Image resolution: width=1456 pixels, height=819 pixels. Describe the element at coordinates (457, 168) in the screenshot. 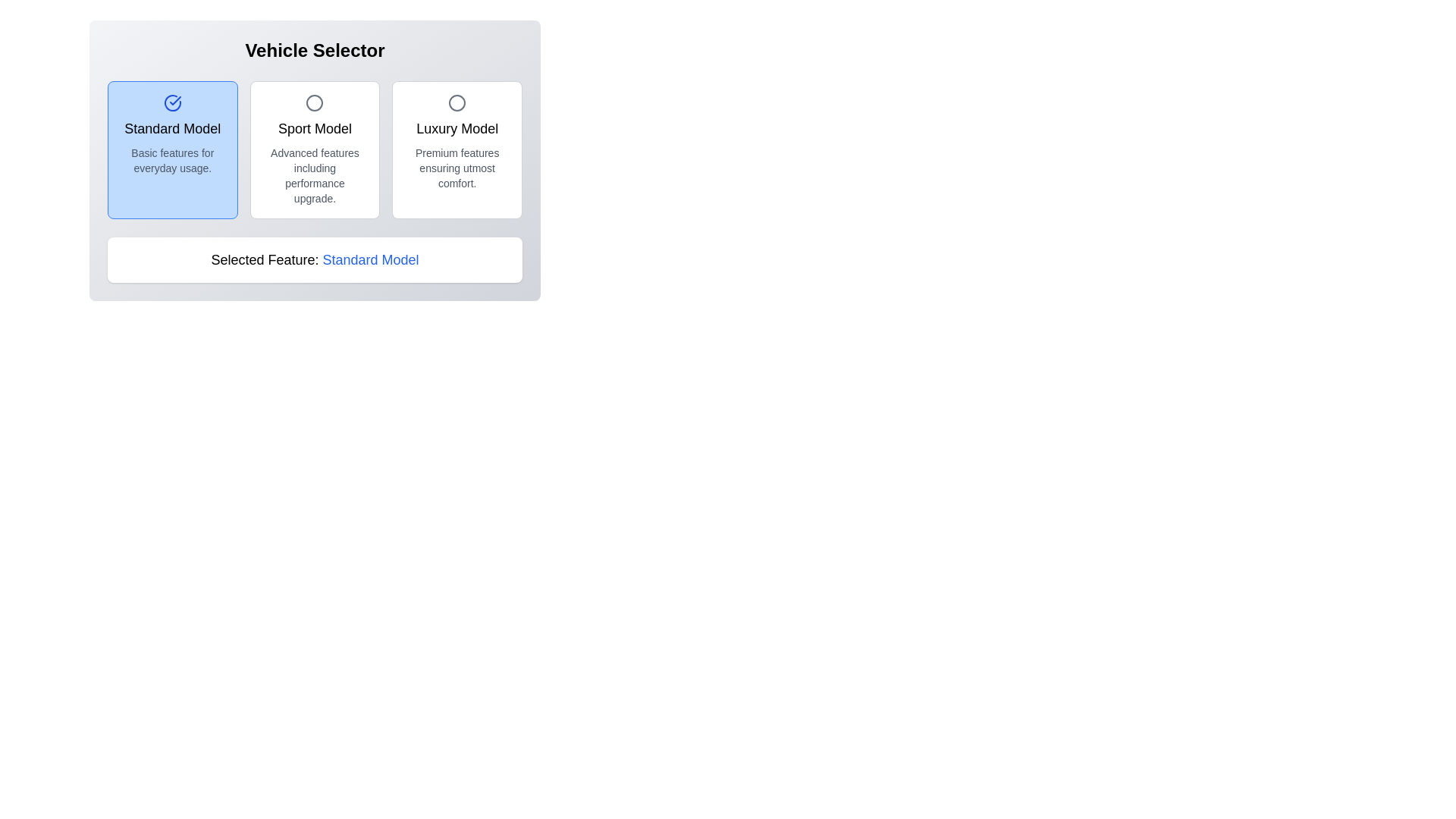

I see `the text label reading 'Premium features ensuring utmost comfort.' located beneath the 'Luxury Model' title in the 'Luxury Model' selection card` at that location.